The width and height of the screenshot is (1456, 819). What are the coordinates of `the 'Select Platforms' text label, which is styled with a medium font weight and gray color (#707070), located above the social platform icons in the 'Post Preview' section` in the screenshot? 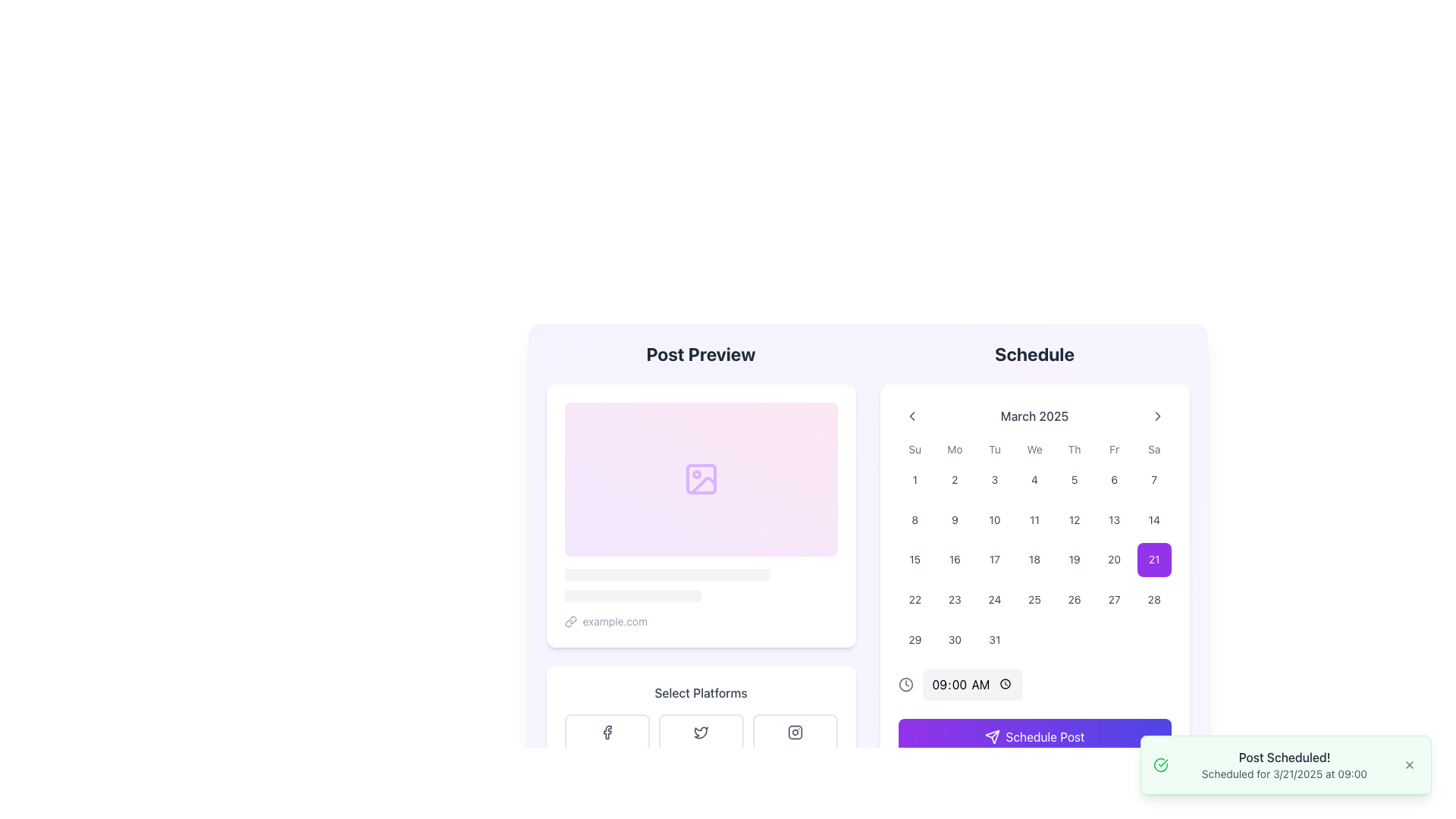 It's located at (700, 692).